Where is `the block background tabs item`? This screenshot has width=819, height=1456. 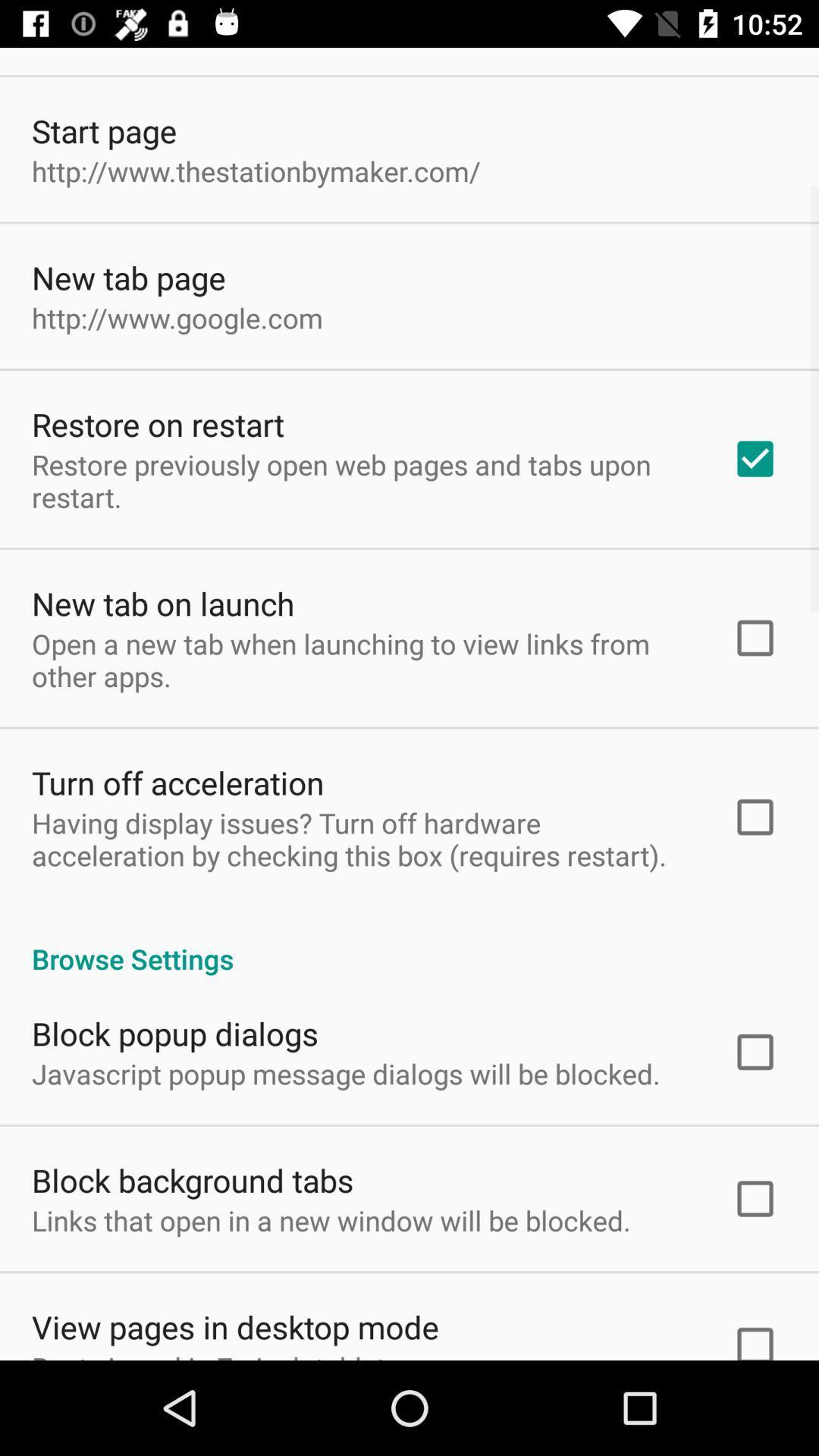 the block background tabs item is located at coordinates (192, 1179).